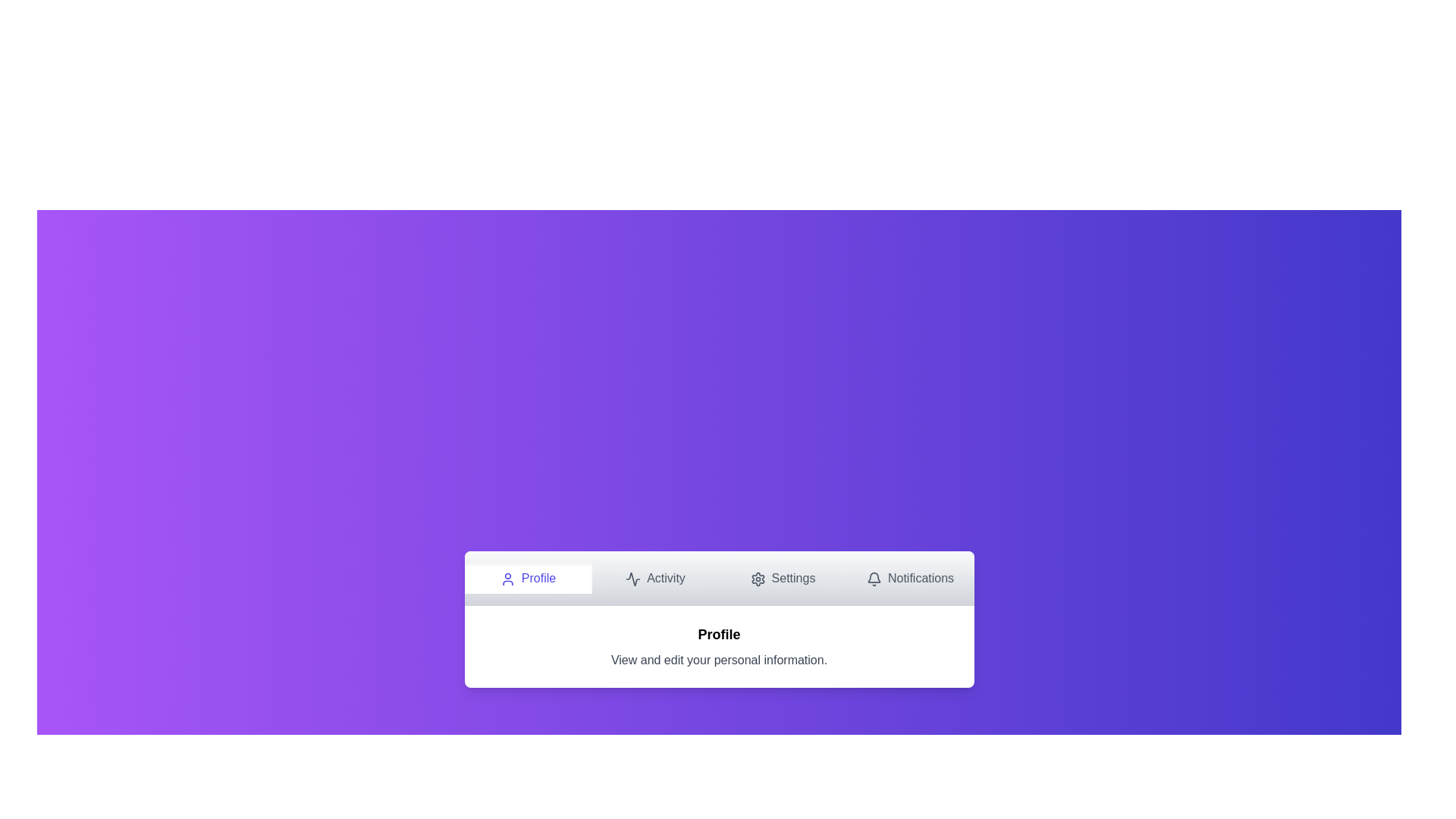  Describe the element at coordinates (783, 579) in the screenshot. I see `the Settings tab by clicking on its navigation button` at that location.